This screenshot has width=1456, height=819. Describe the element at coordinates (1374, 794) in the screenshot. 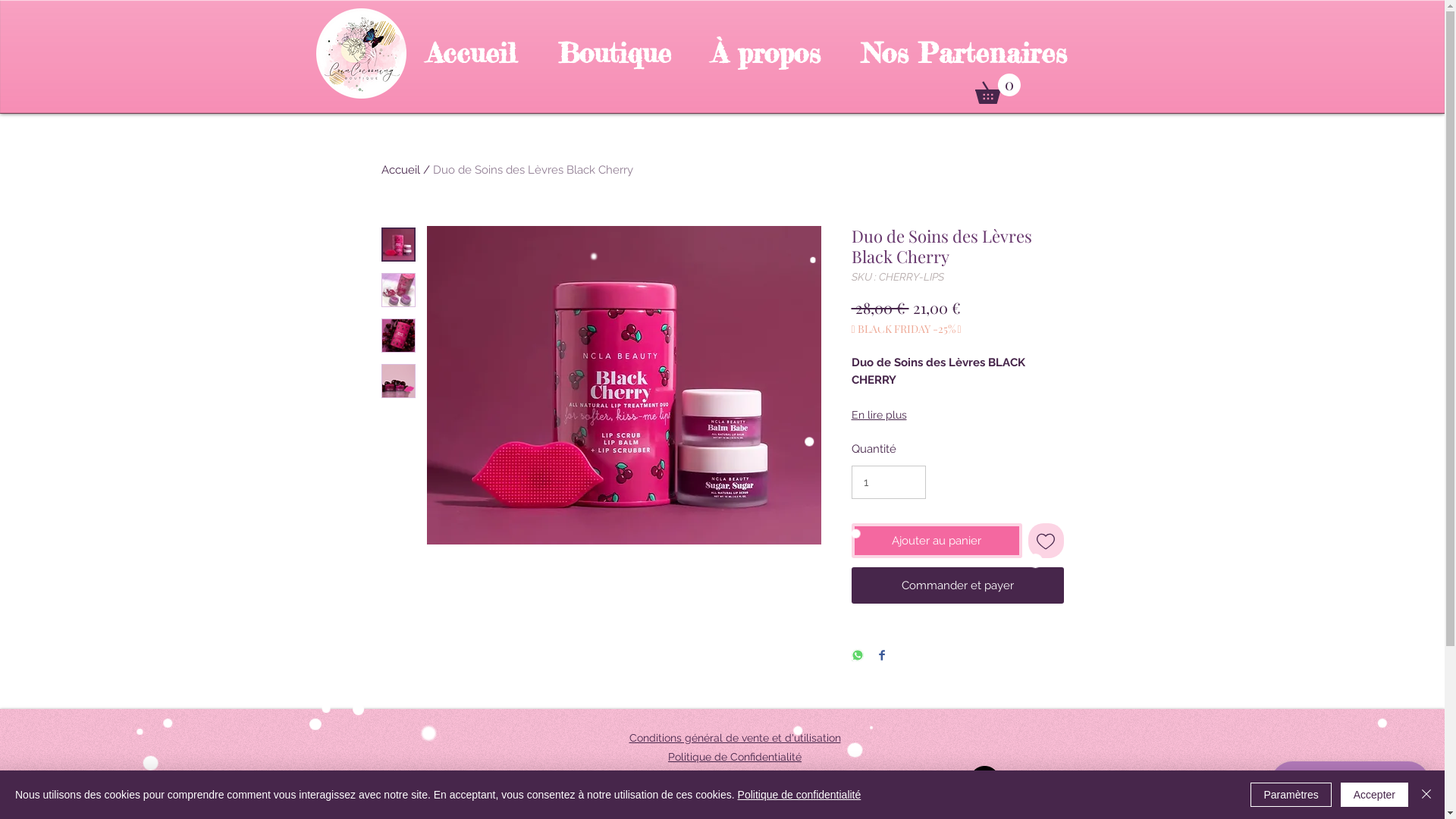

I see `'Accepter'` at that location.